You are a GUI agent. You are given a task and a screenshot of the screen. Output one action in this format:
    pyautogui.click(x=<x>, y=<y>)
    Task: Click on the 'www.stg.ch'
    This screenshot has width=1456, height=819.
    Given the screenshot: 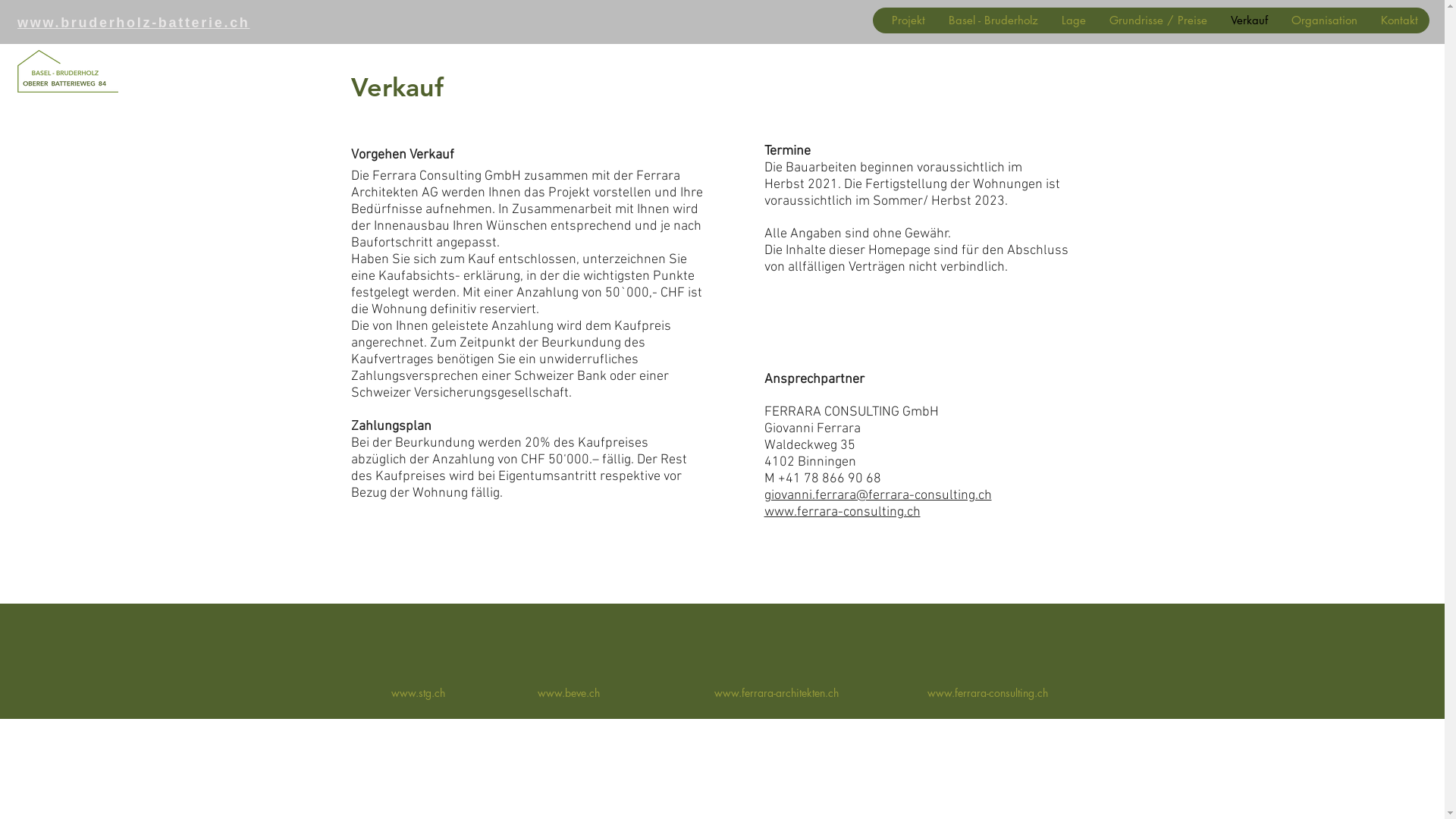 What is the action you would take?
    pyautogui.click(x=418, y=693)
    